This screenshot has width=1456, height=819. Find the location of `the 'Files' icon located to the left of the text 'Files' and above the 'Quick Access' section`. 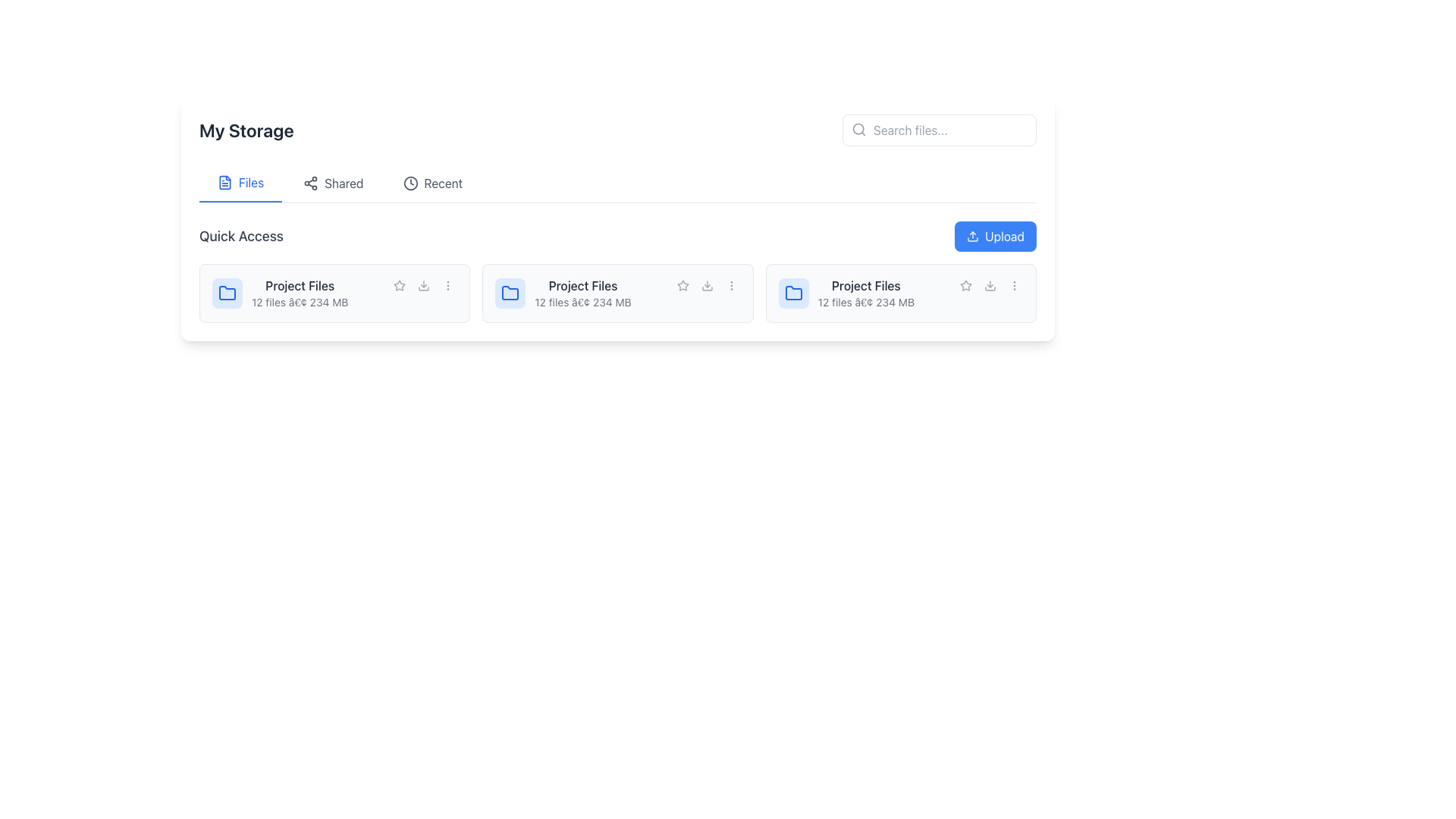

the 'Files' icon located to the left of the text 'Files' and above the 'Quick Access' section is located at coordinates (224, 181).